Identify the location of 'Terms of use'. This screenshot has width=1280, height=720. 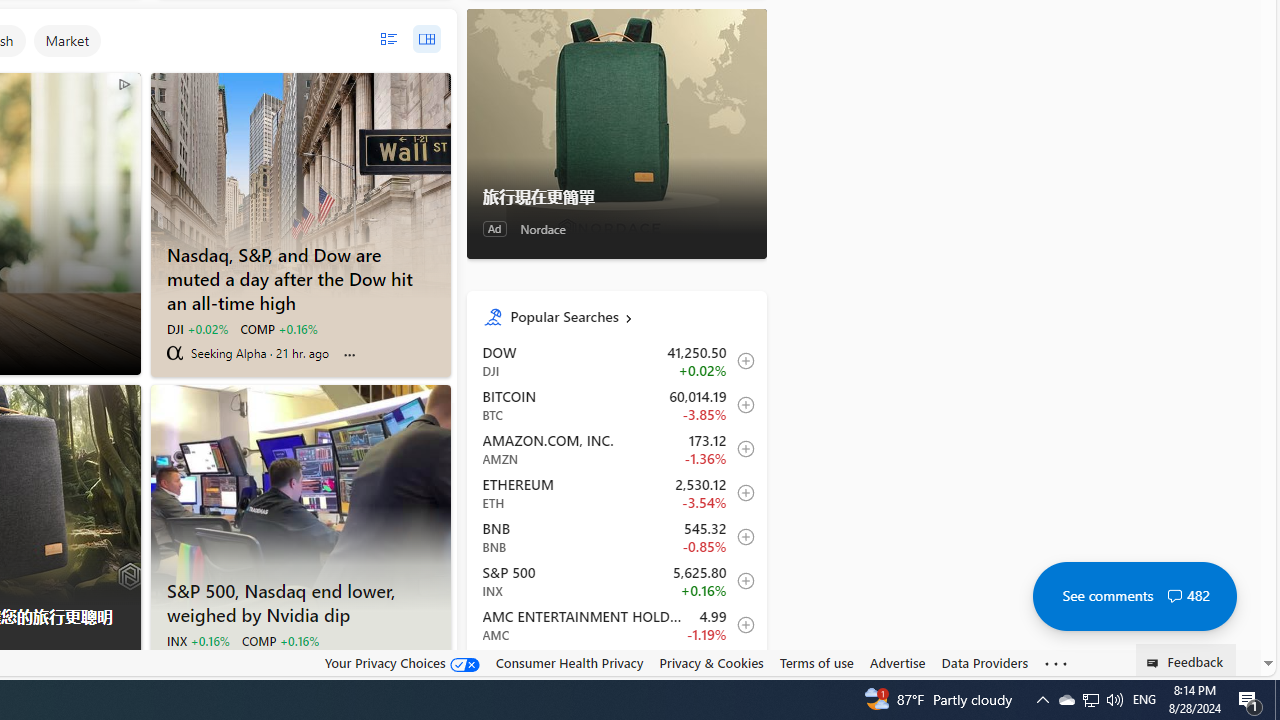
(816, 662).